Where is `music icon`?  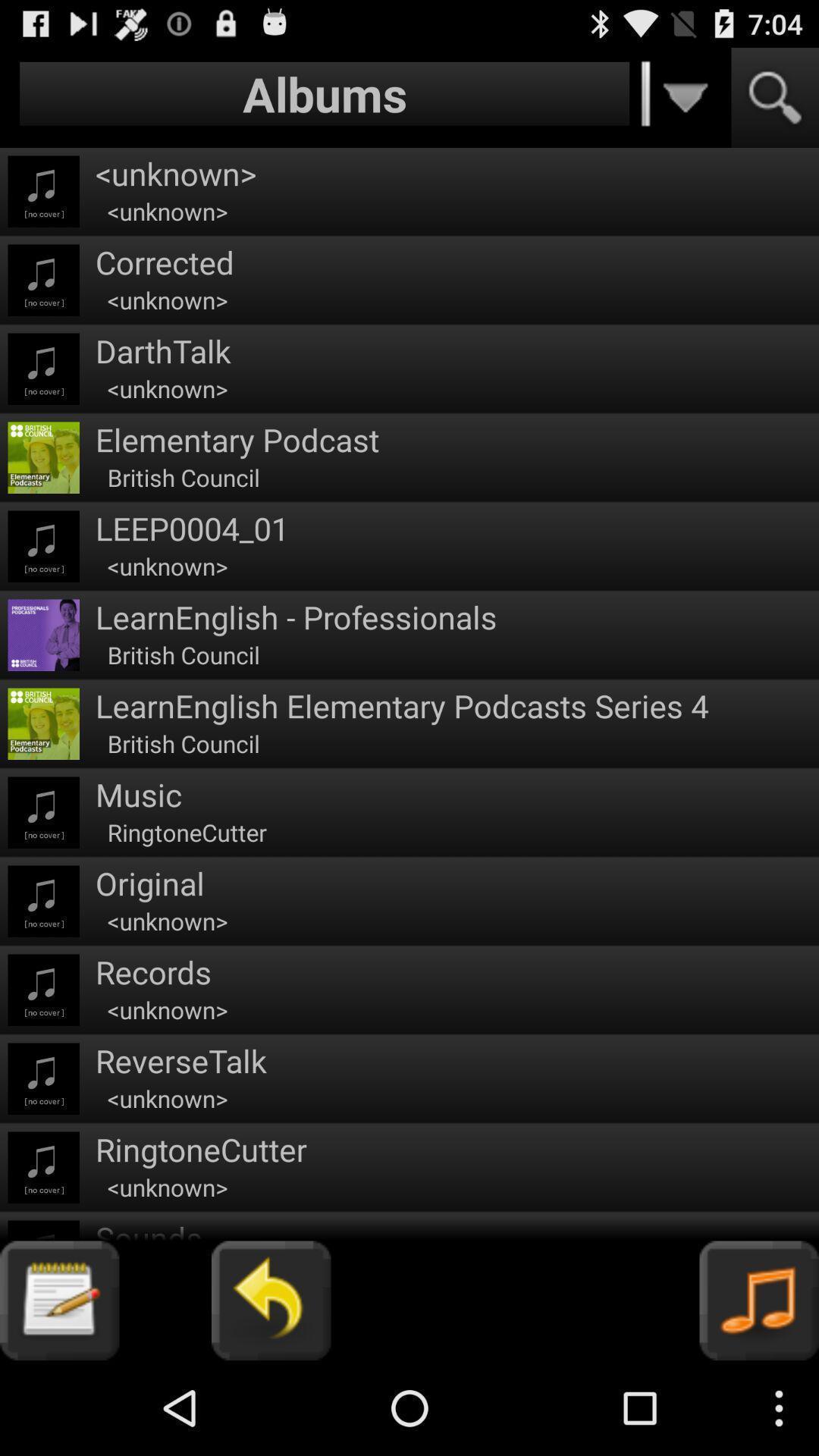 music icon is located at coordinates (759, 1300).